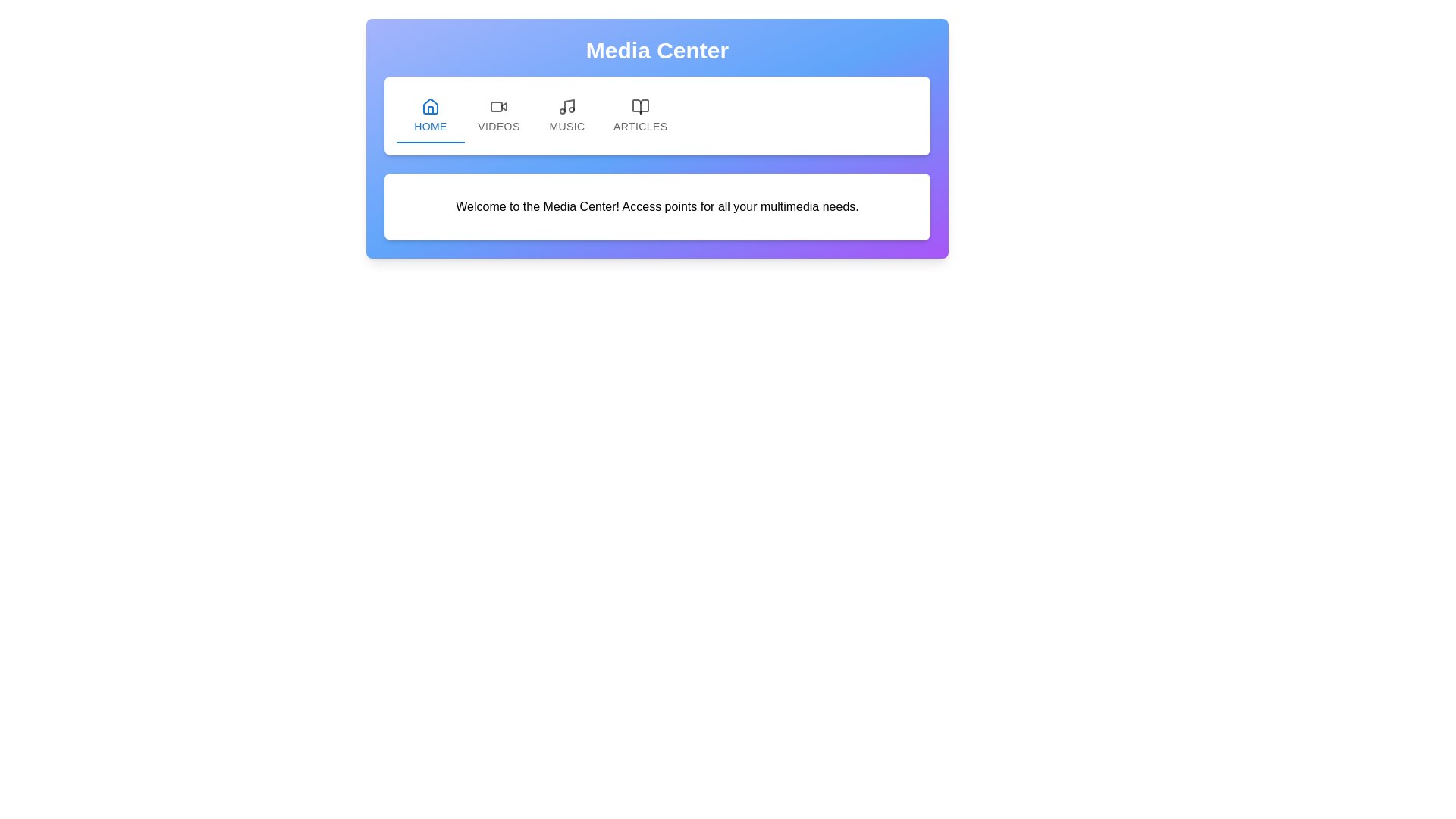 This screenshot has width=1456, height=819. I want to click on the 'Articles' tab button which is the fourth tab in a row of tabs labeled 'Home', 'Videos', 'Music', and 'Articles', featuring an open book icon above the text and styled with a black font on a white background, so click(640, 115).